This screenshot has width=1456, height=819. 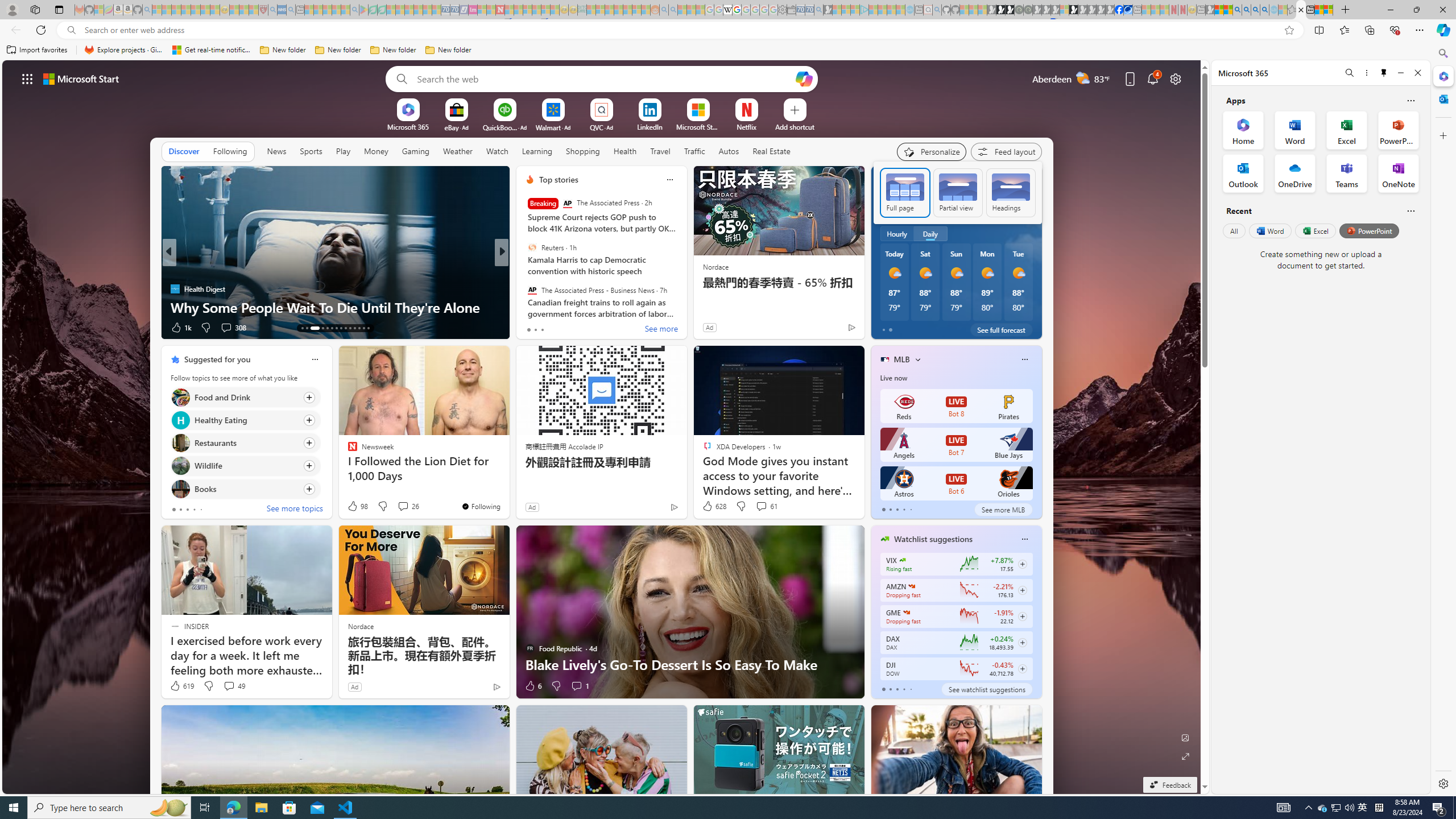 What do you see at coordinates (524, 270) in the screenshot?
I see `'ZDNet'` at bounding box center [524, 270].